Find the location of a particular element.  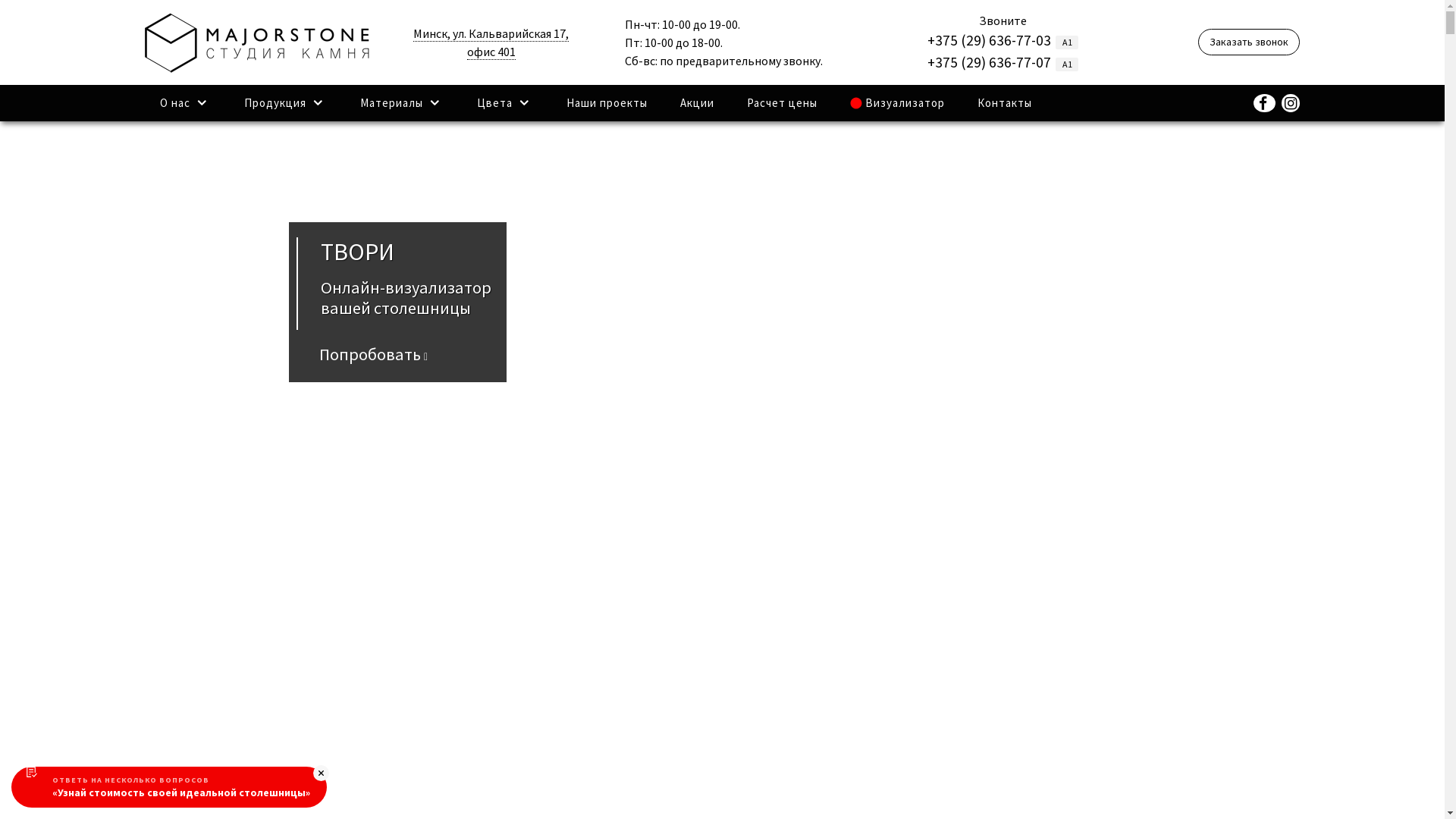

'+375 (29) 636-77-03' is located at coordinates (989, 39).